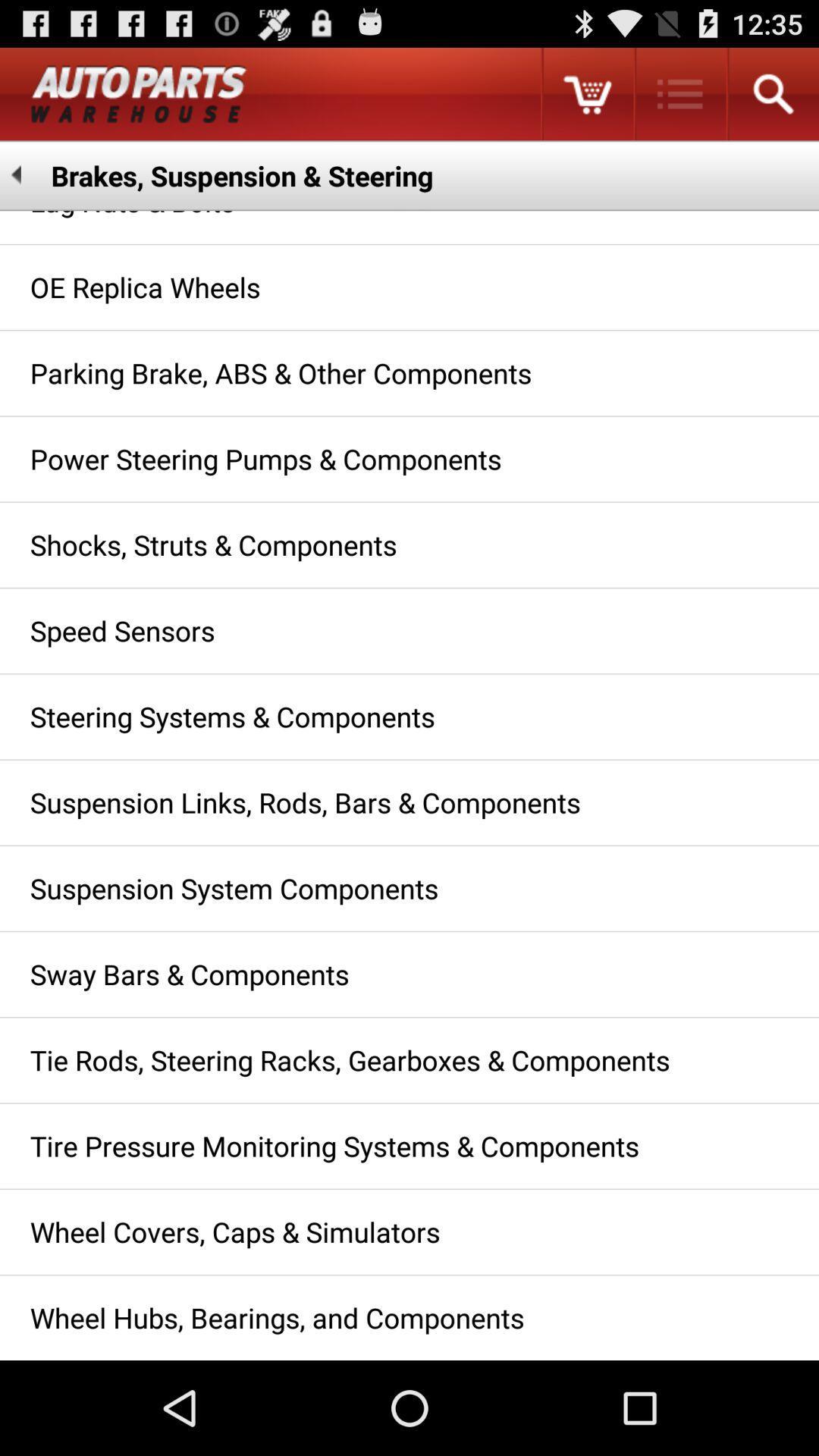 The width and height of the screenshot is (819, 1456). Describe the element at coordinates (772, 99) in the screenshot. I see `the search icon` at that location.